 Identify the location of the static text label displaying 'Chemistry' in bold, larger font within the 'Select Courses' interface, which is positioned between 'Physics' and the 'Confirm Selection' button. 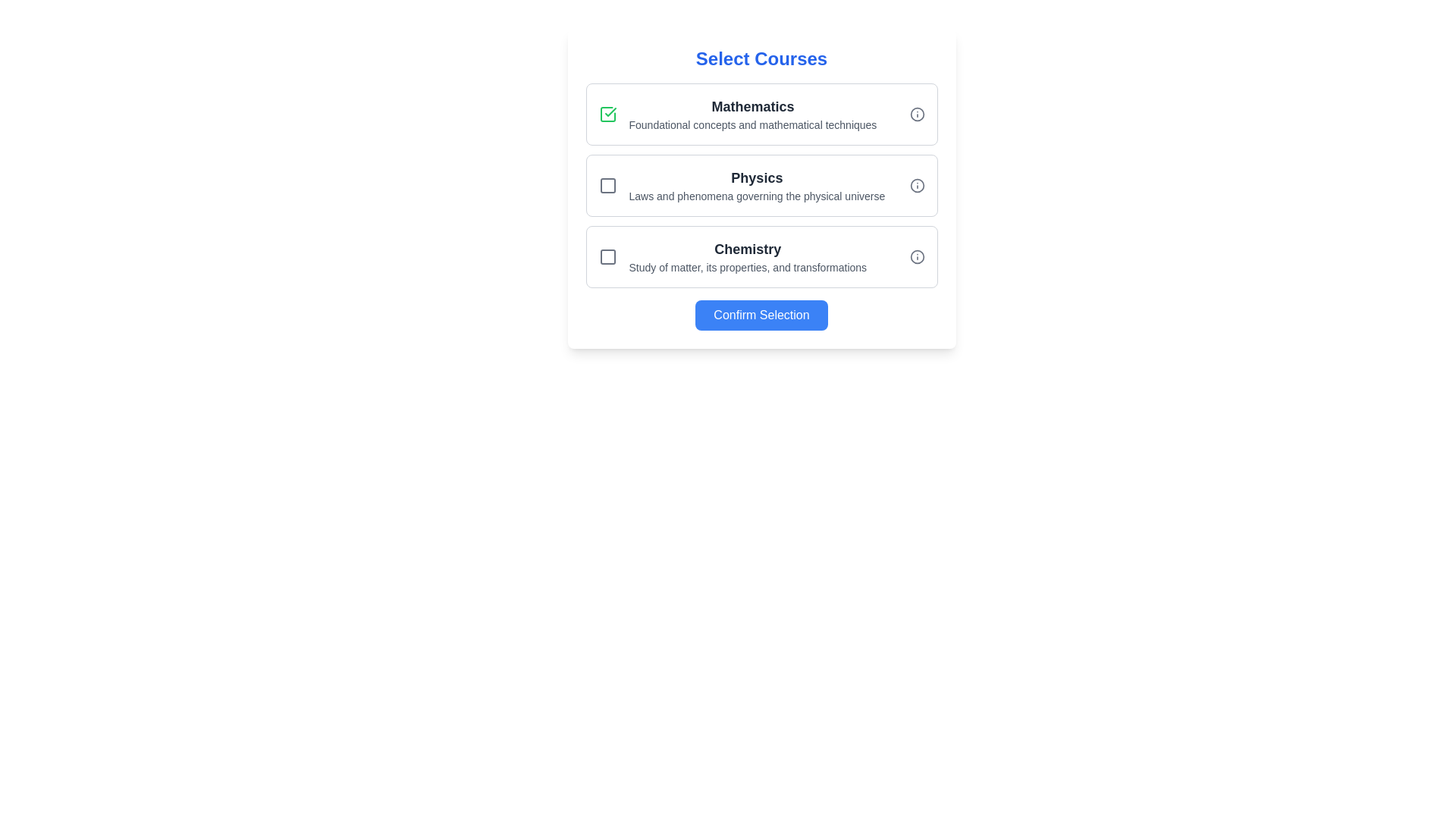
(748, 248).